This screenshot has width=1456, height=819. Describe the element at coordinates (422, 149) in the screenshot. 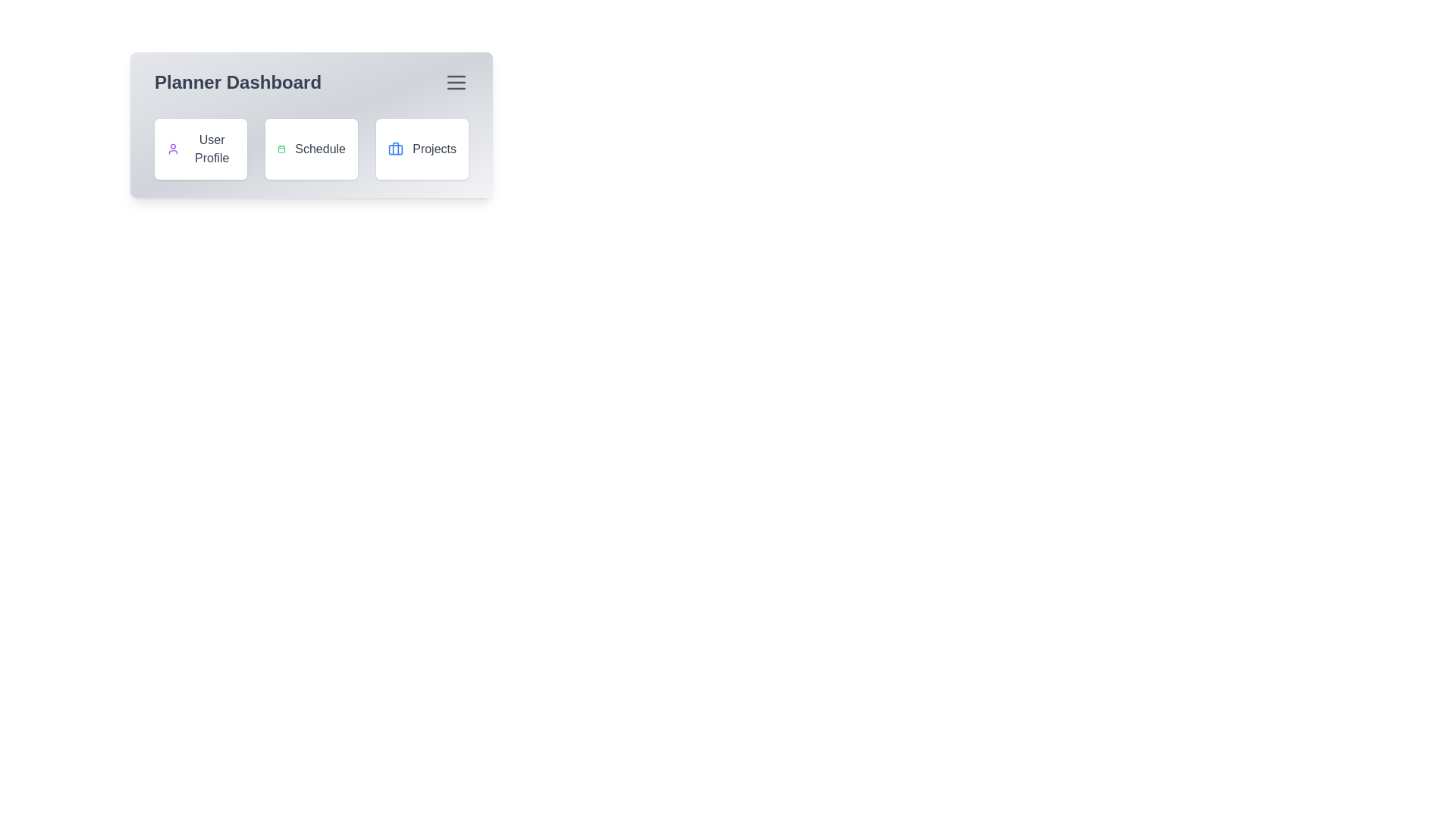

I see `the 'Projects' button` at that location.